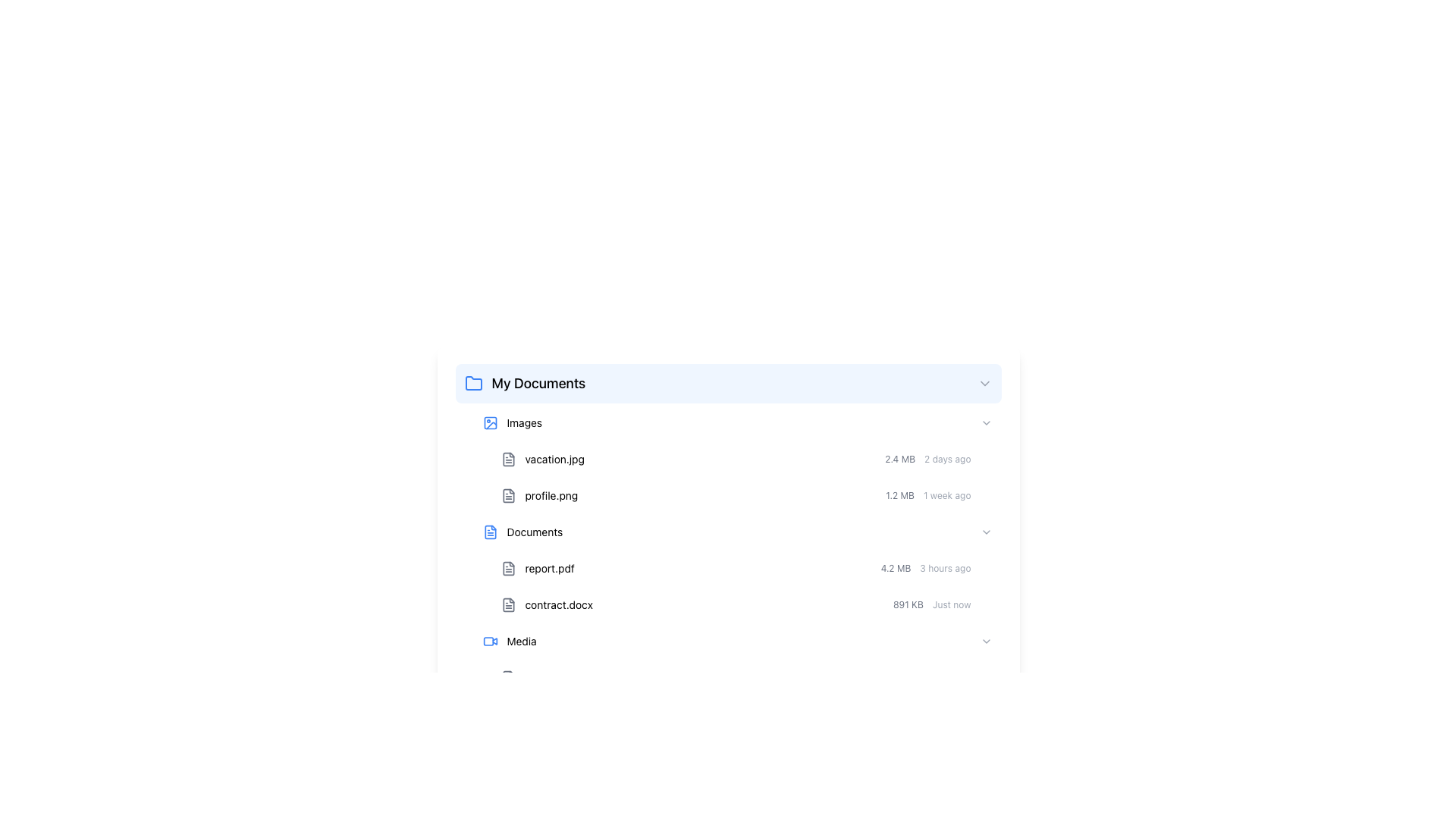 This screenshot has width=1456, height=819. I want to click on the file entry labeled 'vacation.jpg' with a document icon from the 'Images' folder in 'My Documents', so click(542, 458).